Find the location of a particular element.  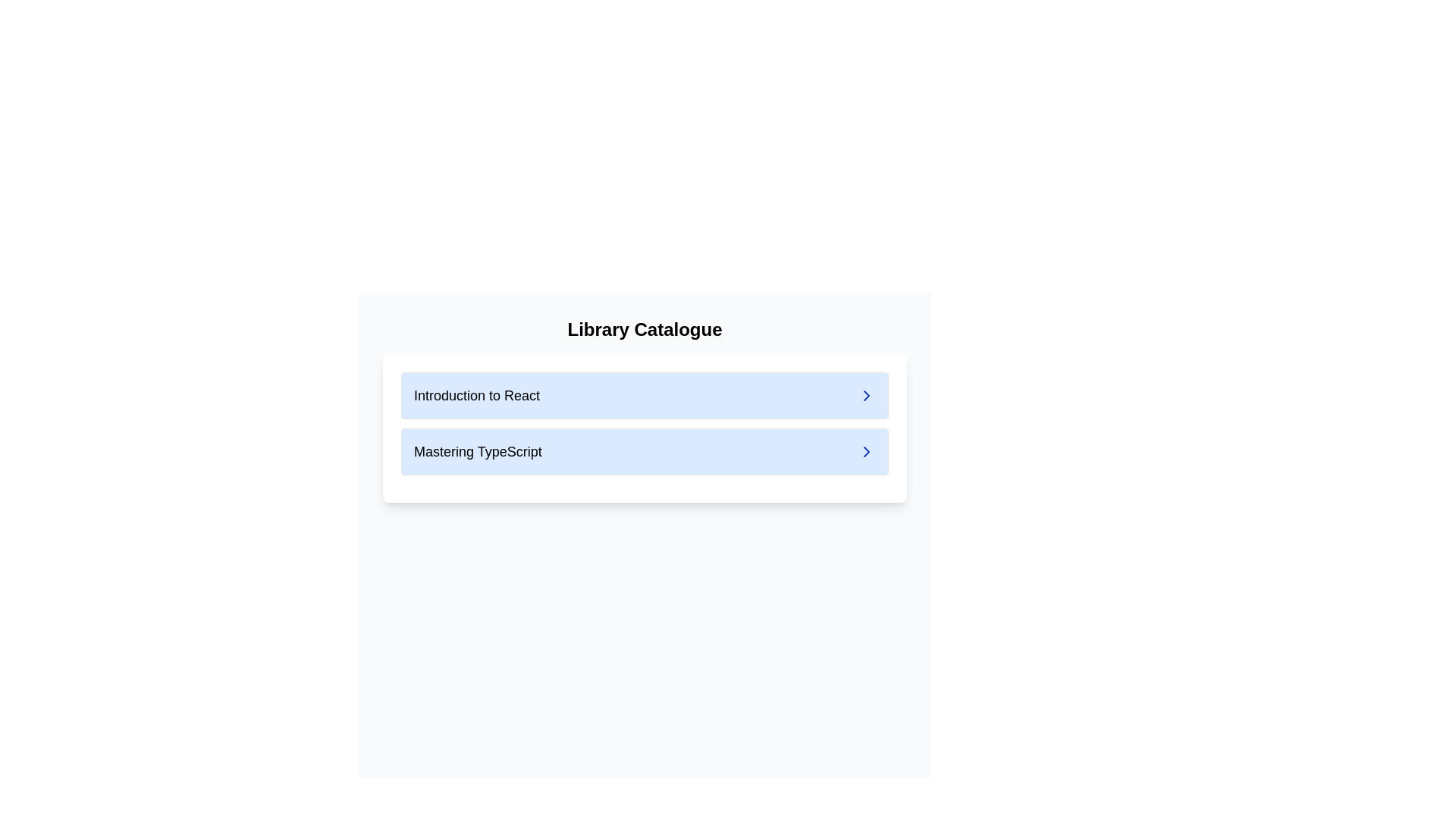

the textual label representing the title of an item or module related to learning about React is located at coordinates (475, 394).